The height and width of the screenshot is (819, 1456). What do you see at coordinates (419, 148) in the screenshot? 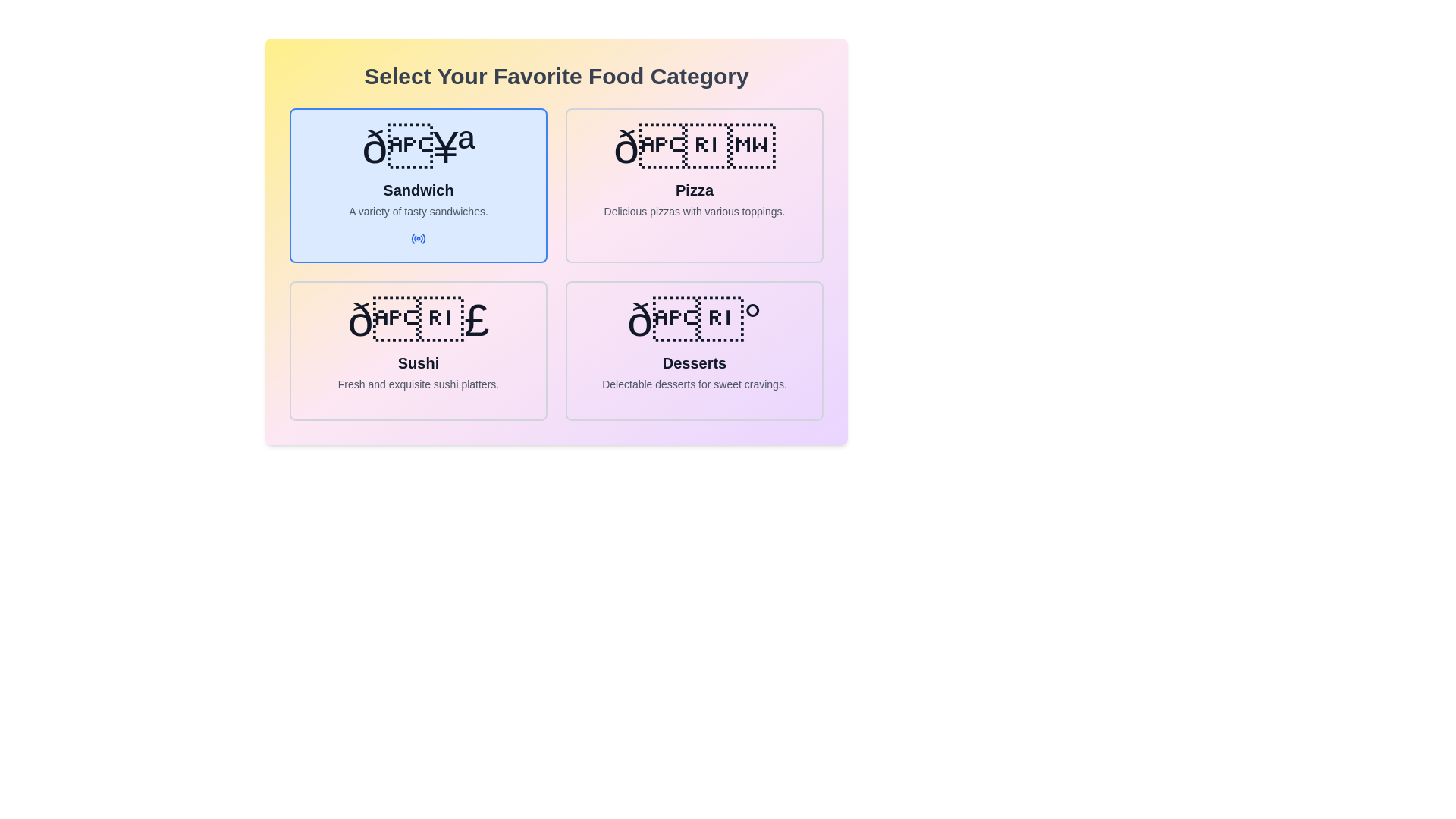
I see `the decorative icon associated with the 'Sandwich' category, which is located at the center upper portion of the blue card representing this category` at bounding box center [419, 148].